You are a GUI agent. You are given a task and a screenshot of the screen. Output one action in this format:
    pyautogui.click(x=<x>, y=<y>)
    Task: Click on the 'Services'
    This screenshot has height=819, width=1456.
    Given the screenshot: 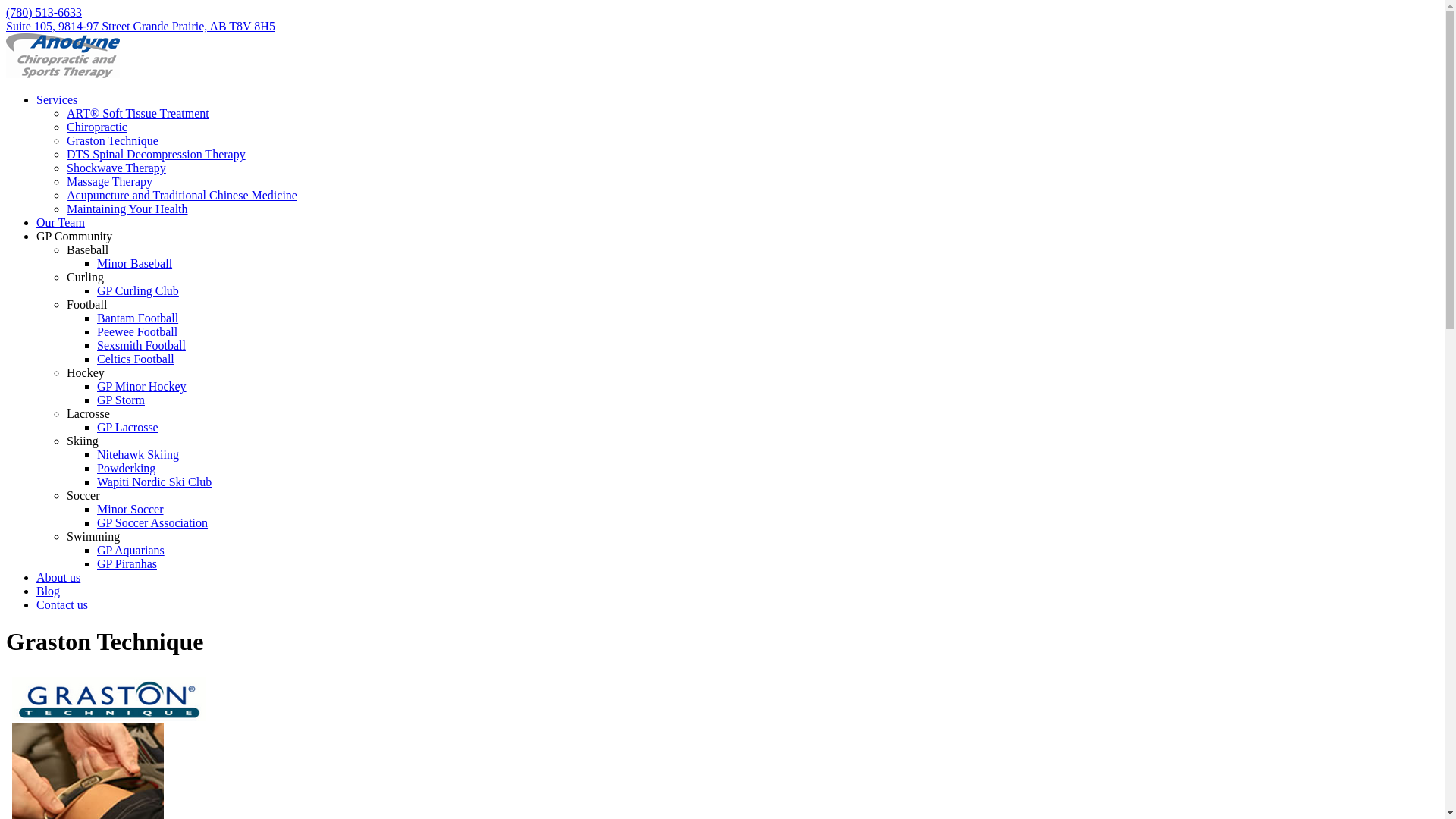 What is the action you would take?
    pyautogui.click(x=57, y=99)
    